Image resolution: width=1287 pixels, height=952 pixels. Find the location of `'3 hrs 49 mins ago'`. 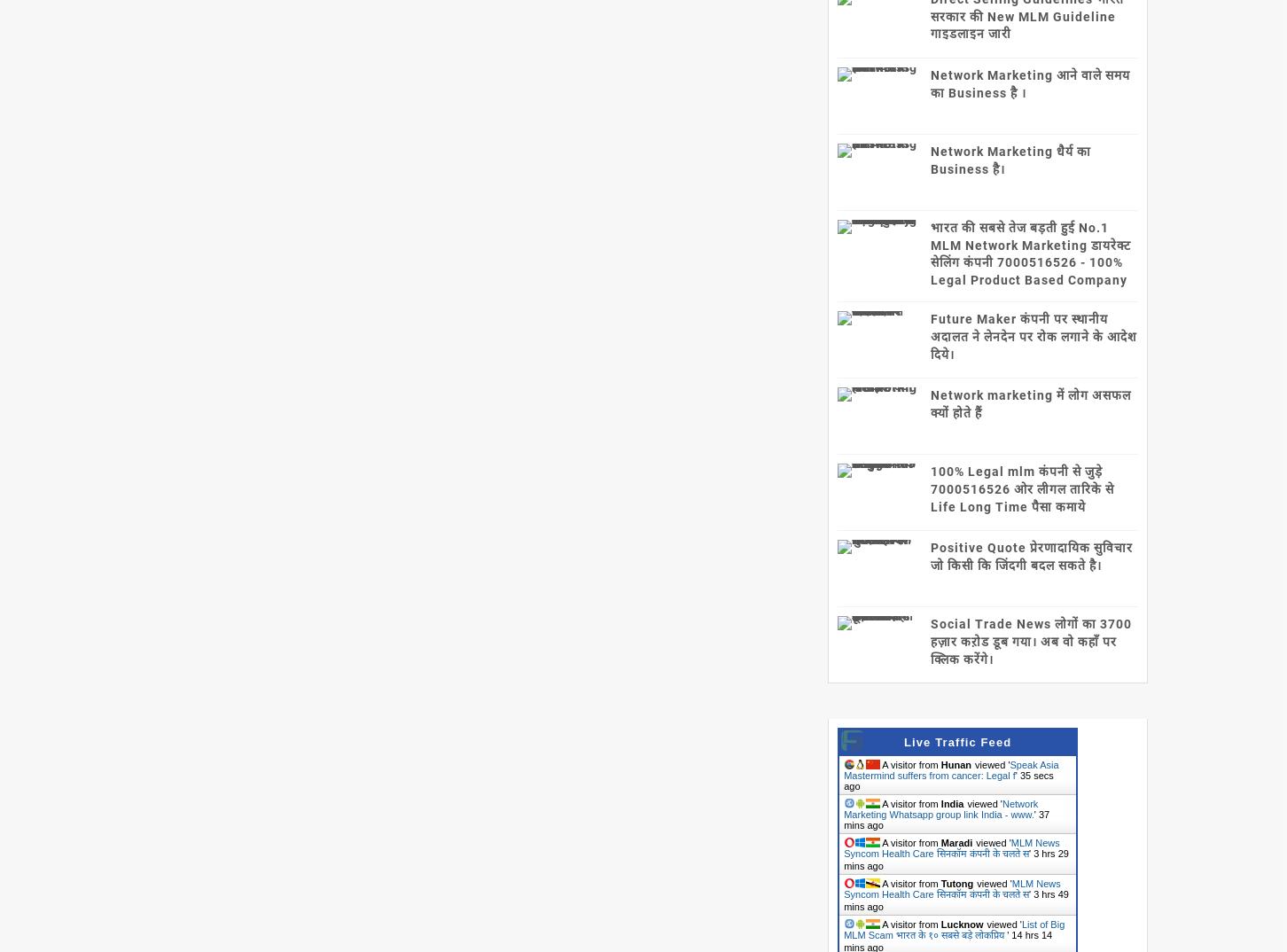

'3 hrs 49 mins ago' is located at coordinates (955, 900).